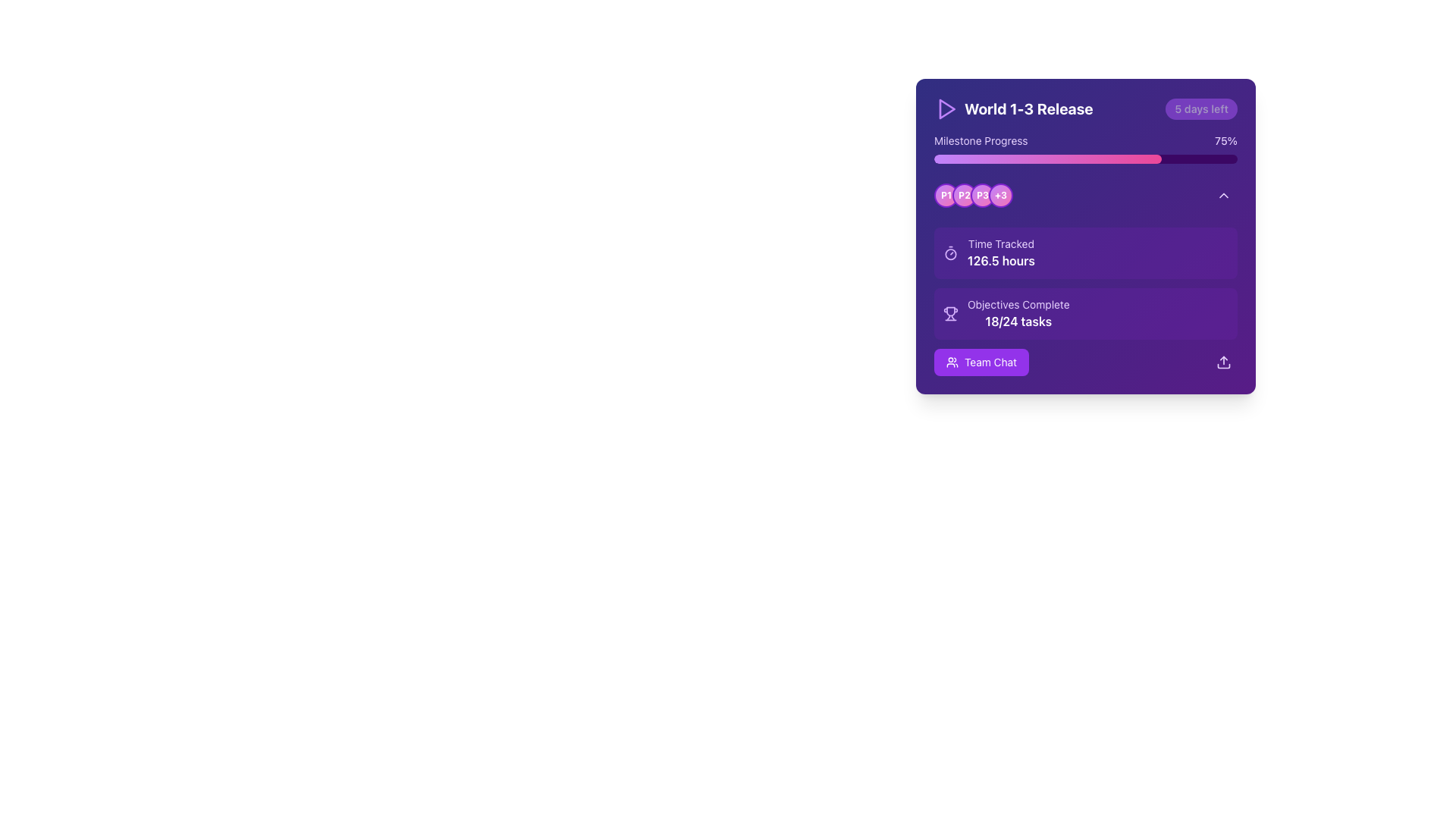  What do you see at coordinates (981, 362) in the screenshot?
I see `the 'Team Chat' button with a purple background and white text` at bounding box center [981, 362].